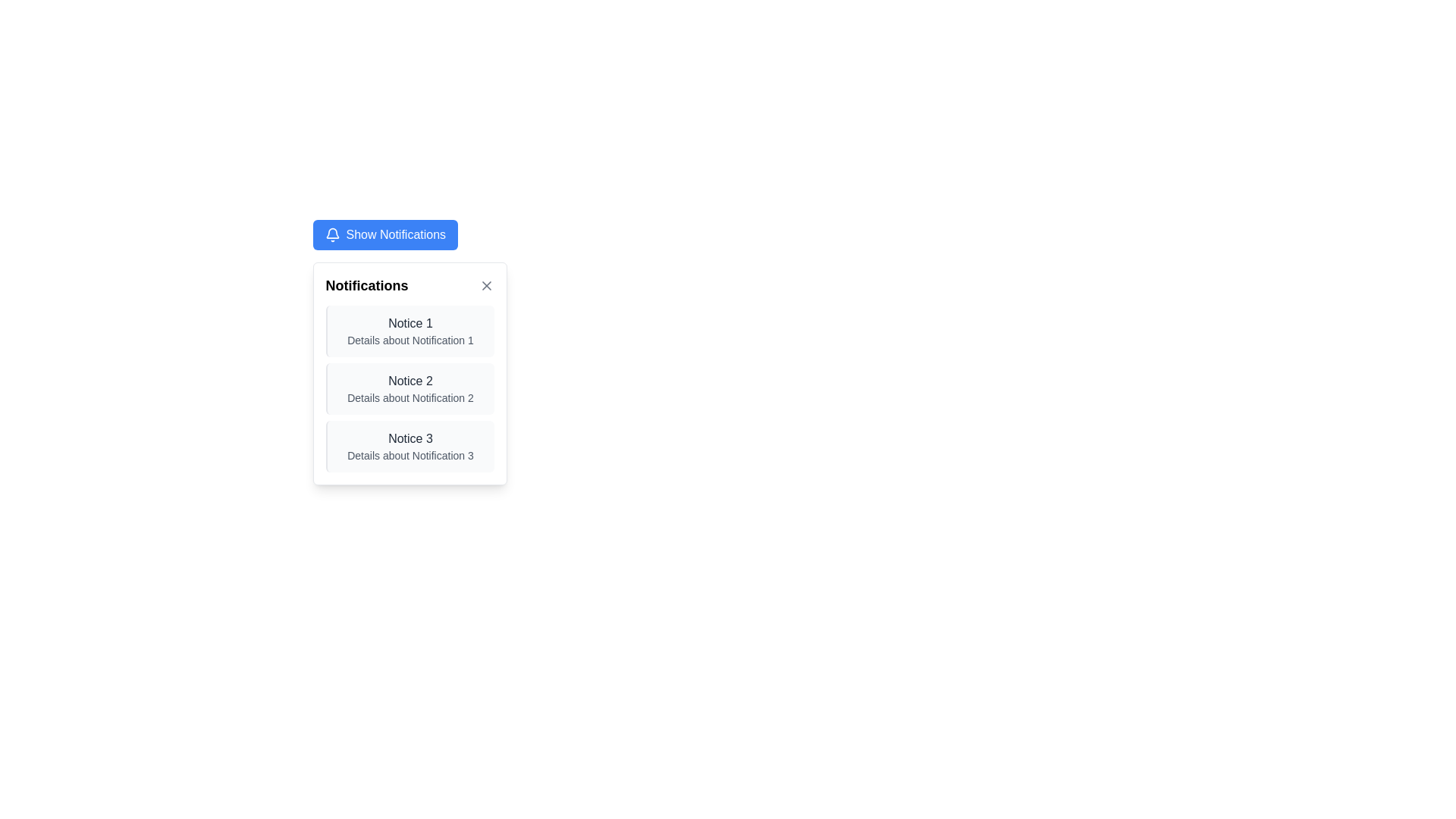 The width and height of the screenshot is (1456, 819). Describe the element at coordinates (396, 234) in the screenshot. I see `text label that says 'Show Notifications', which is prominently displayed in white font on a blue background within a button that includes a bell icon to its left` at that location.